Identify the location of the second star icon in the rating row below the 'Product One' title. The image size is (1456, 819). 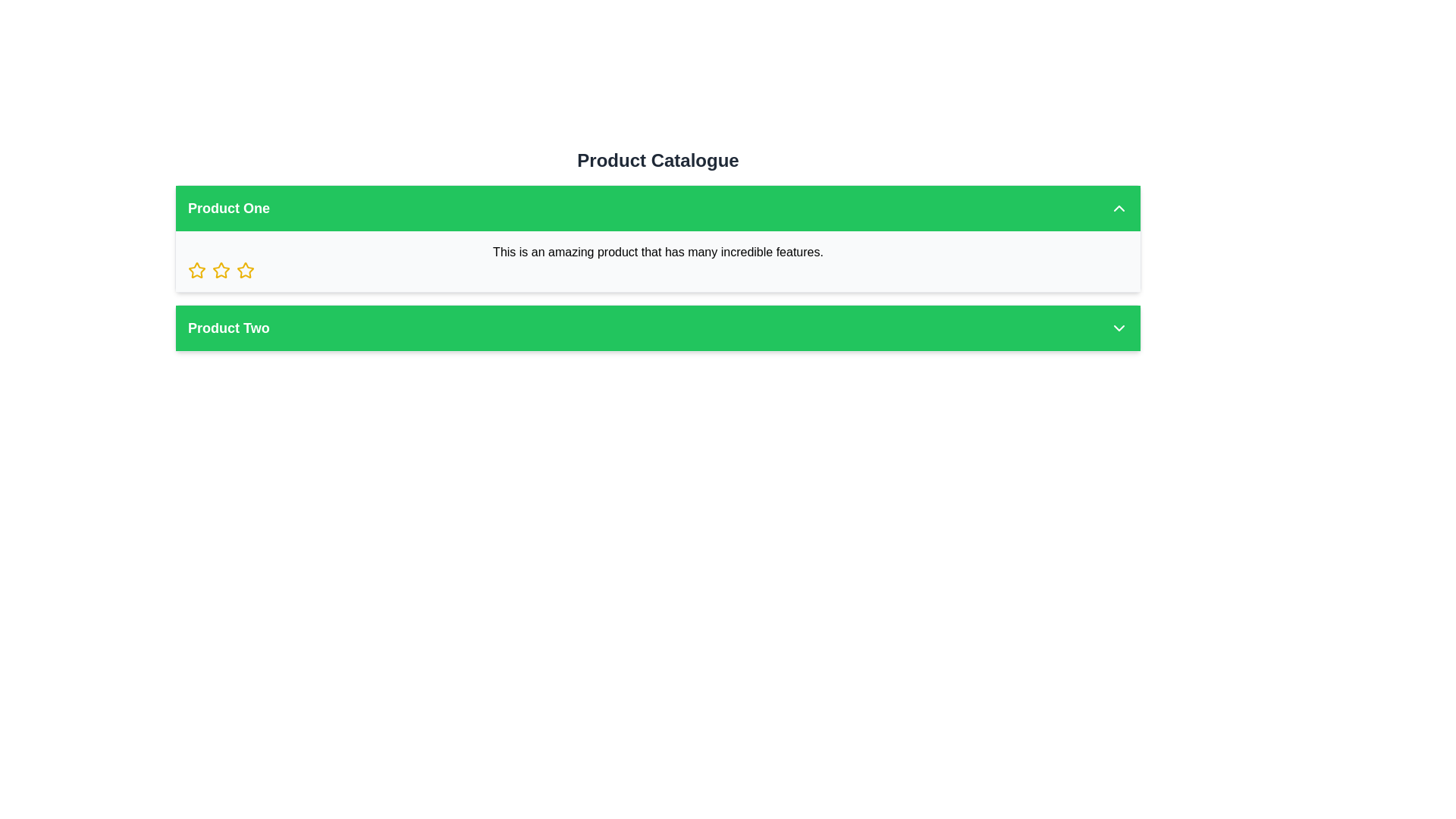
(221, 270).